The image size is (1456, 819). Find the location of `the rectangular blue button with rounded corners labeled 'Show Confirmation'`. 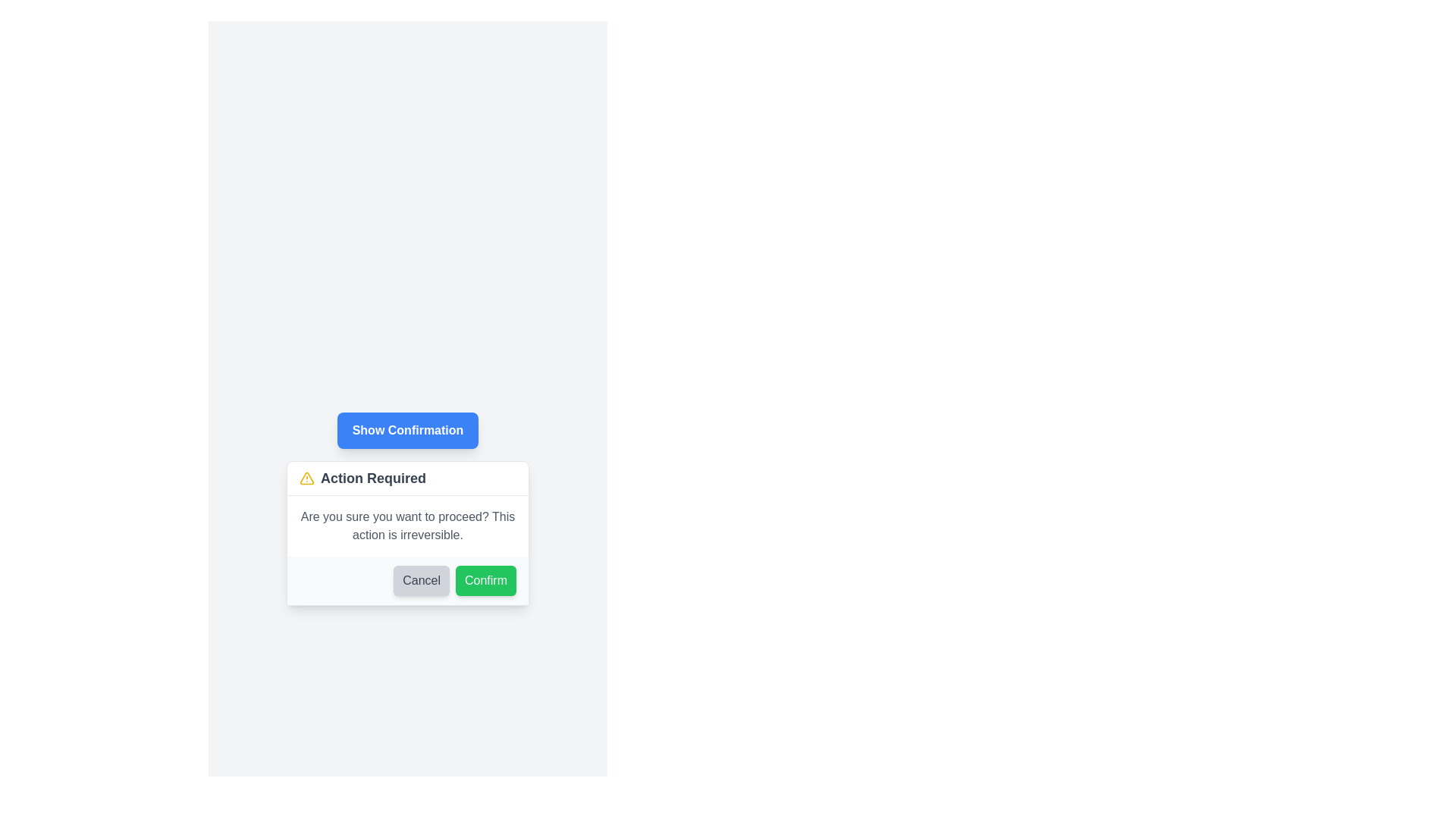

the rectangular blue button with rounded corners labeled 'Show Confirmation' is located at coordinates (407, 430).